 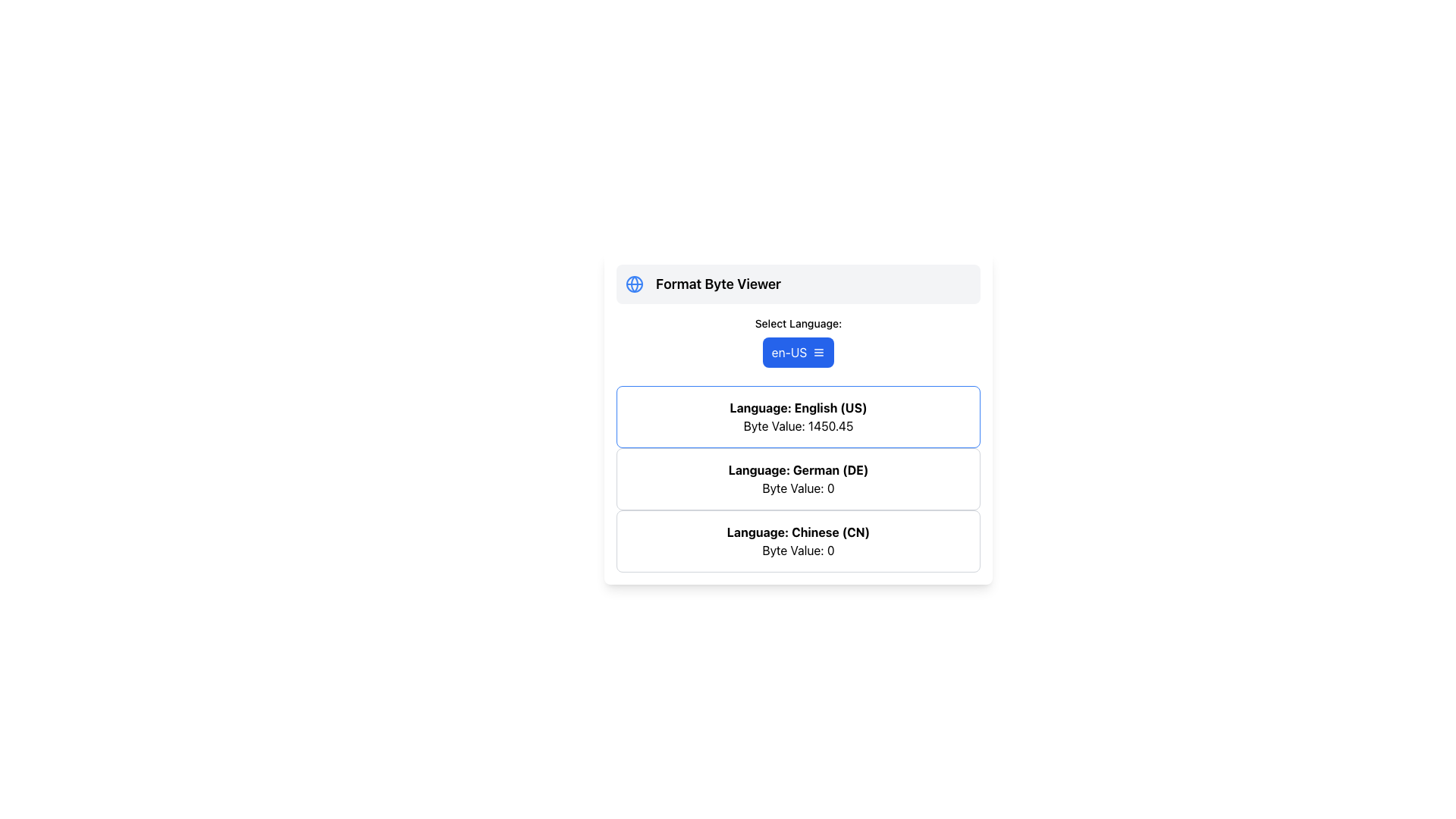 What do you see at coordinates (789, 353) in the screenshot?
I see `the blue rectangular button labeled 'en-US' which features a white text on a blue background, indicating its interactive nature` at bounding box center [789, 353].